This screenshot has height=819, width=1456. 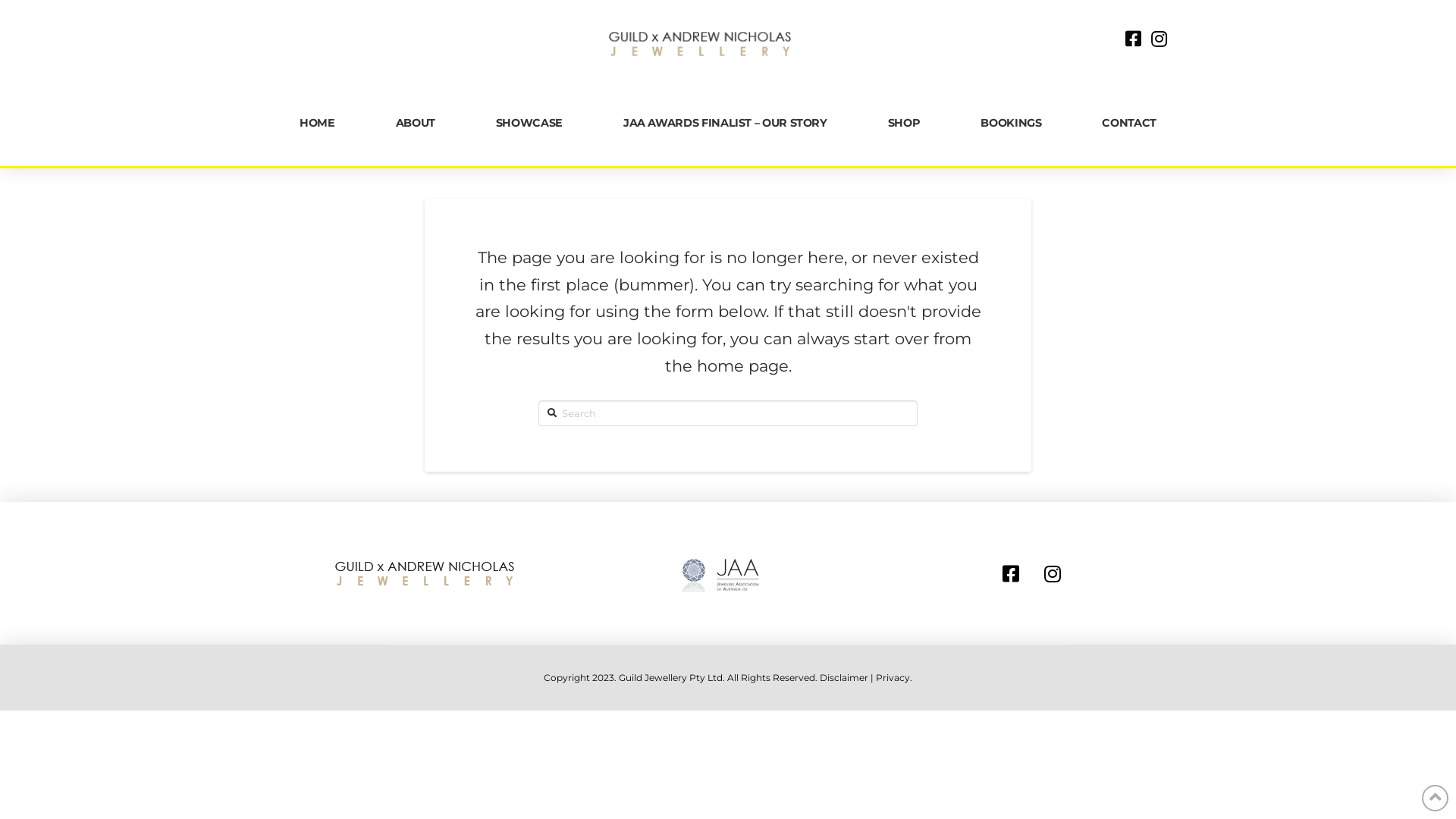 I want to click on 'ABOUT', so click(x=415, y=122).